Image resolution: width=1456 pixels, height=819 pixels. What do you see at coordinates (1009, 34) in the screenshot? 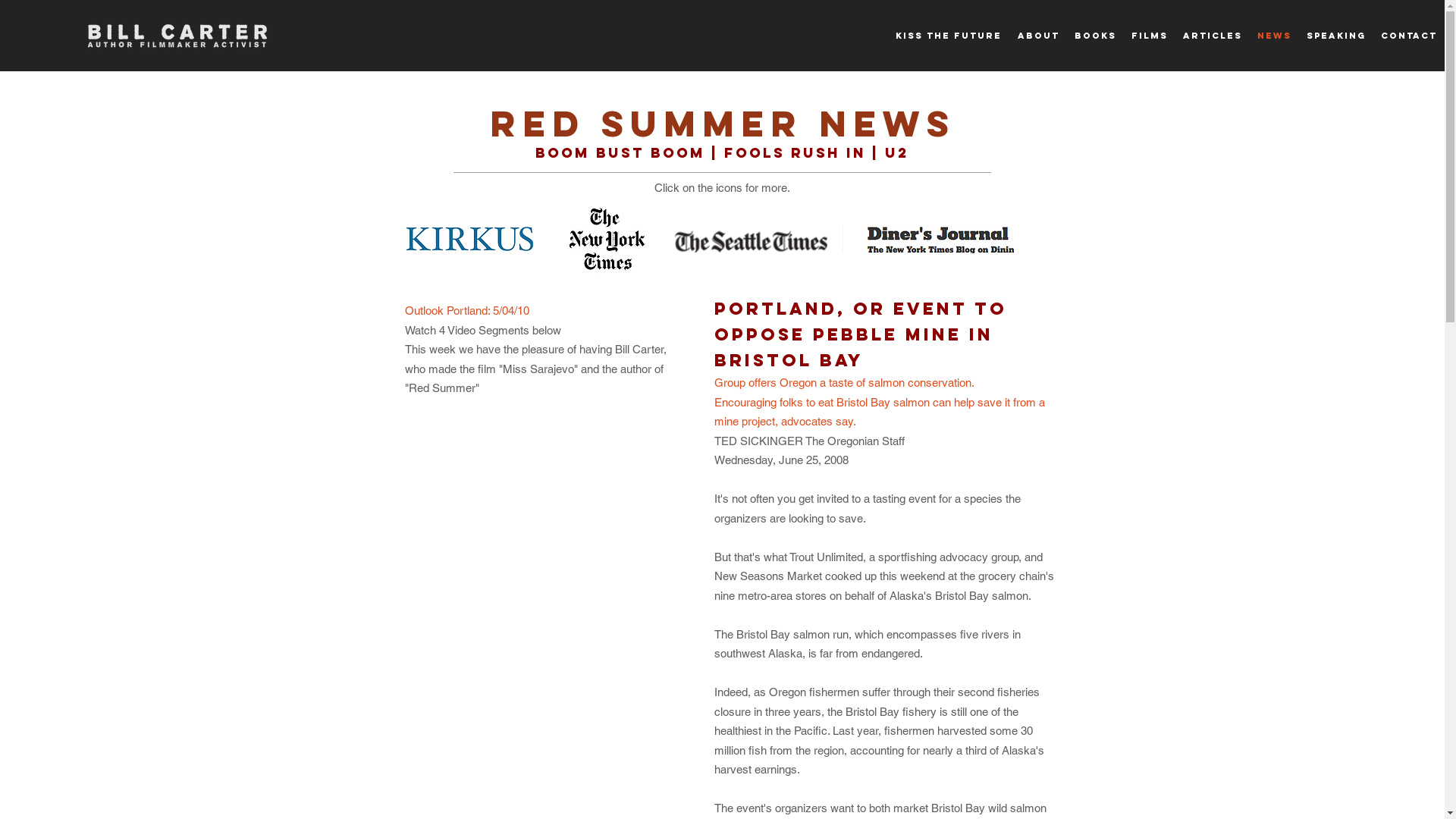
I see `'ABOUT'` at bounding box center [1009, 34].